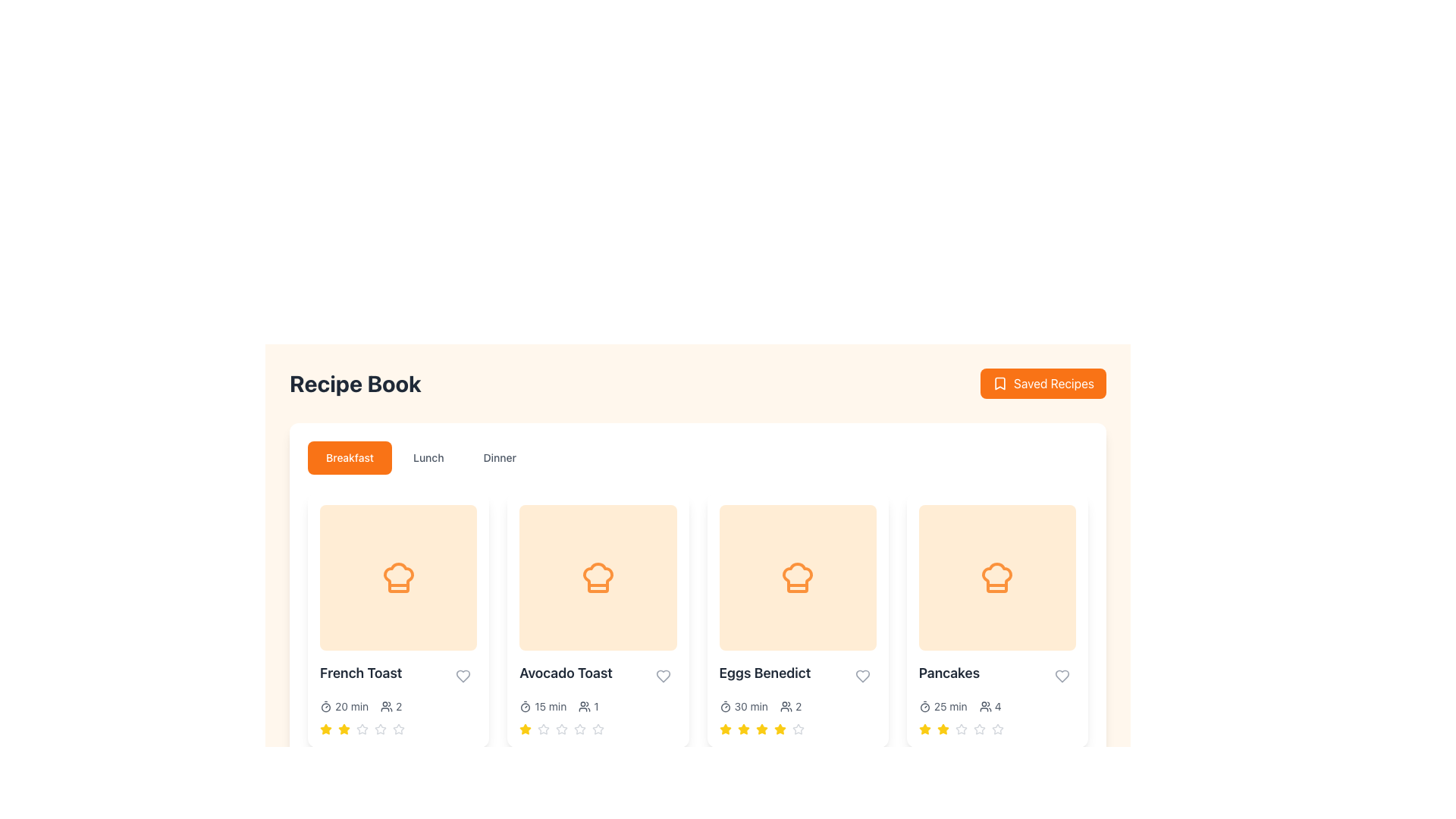 This screenshot has width=1456, height=819. I want to click on the inactive heart-shaped icon located at the bottom-right corner of the 'Pancakes' section, so click(1062, 675).